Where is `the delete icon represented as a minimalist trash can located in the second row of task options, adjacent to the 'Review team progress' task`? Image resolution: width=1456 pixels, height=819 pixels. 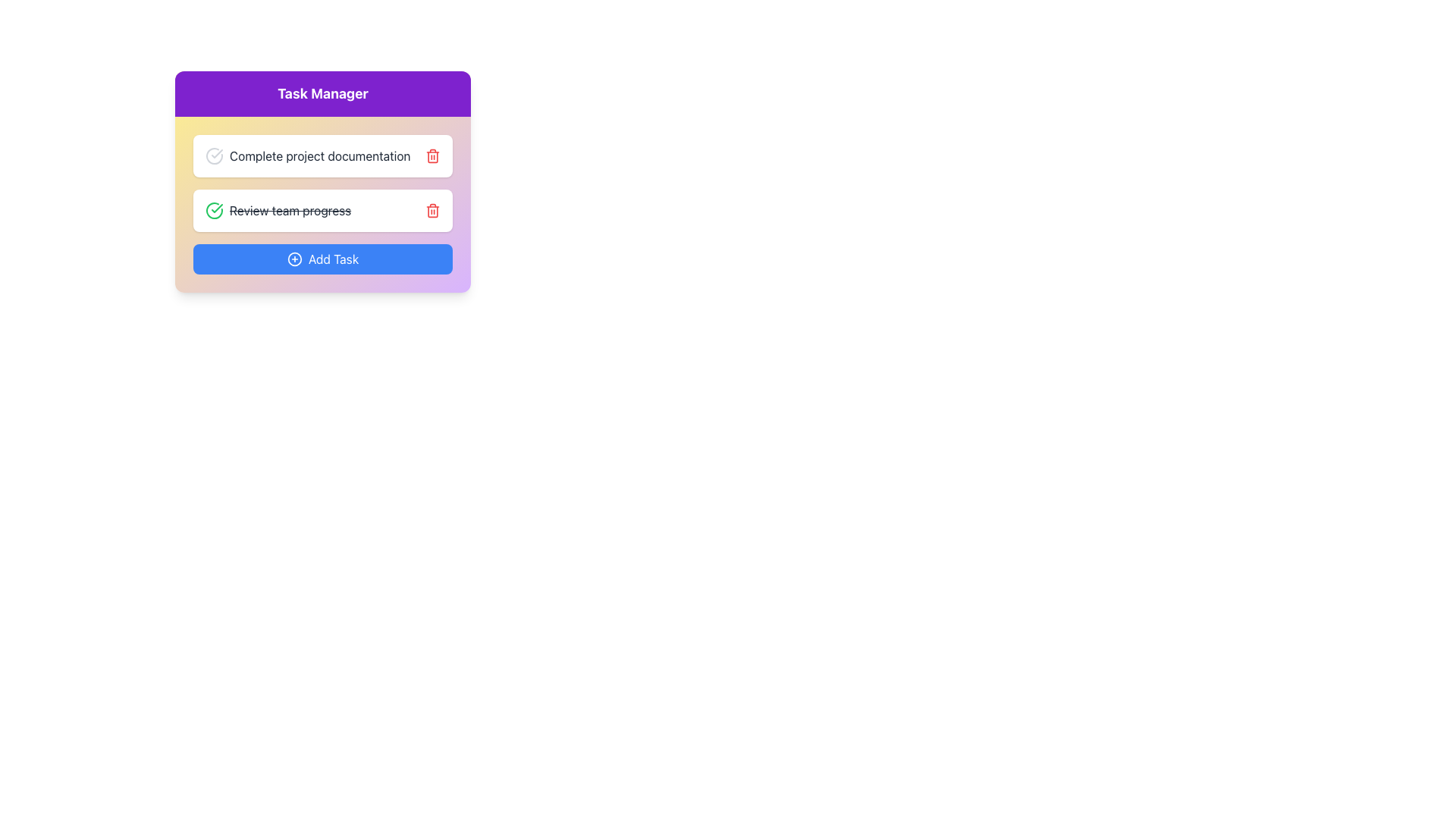
the delete icon represented as a minimalist trash can located in the second row of task options, adjacent to the 'Review team progress' task is located at coordinates (432, 211).